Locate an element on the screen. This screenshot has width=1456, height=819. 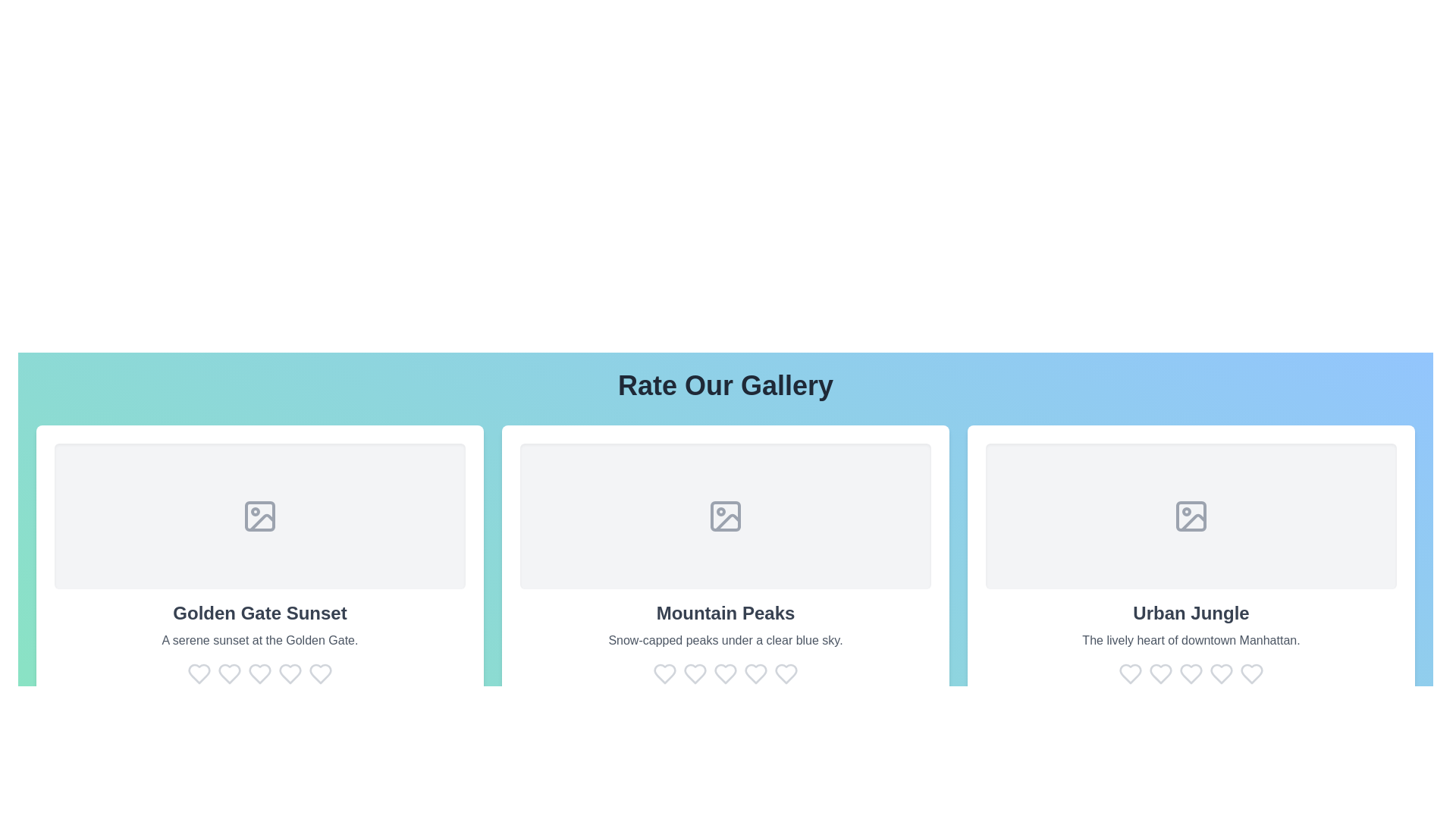
the gallery item Urban Jungle is located at coordinates (1190, 564).